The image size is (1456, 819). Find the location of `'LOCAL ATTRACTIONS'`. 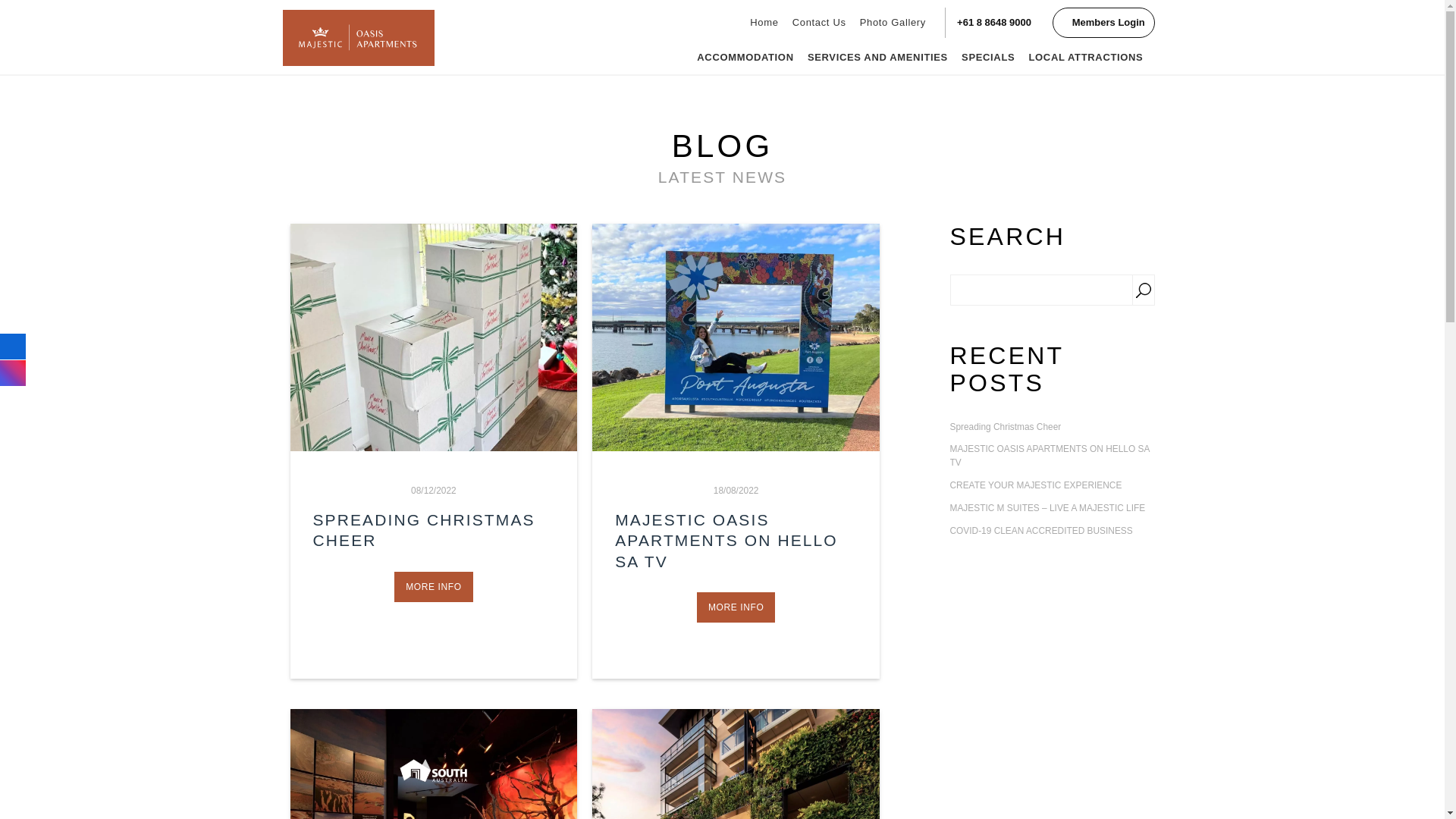

'LOCAL ATTRACTIONS' is located at coordinates (1084, 57).